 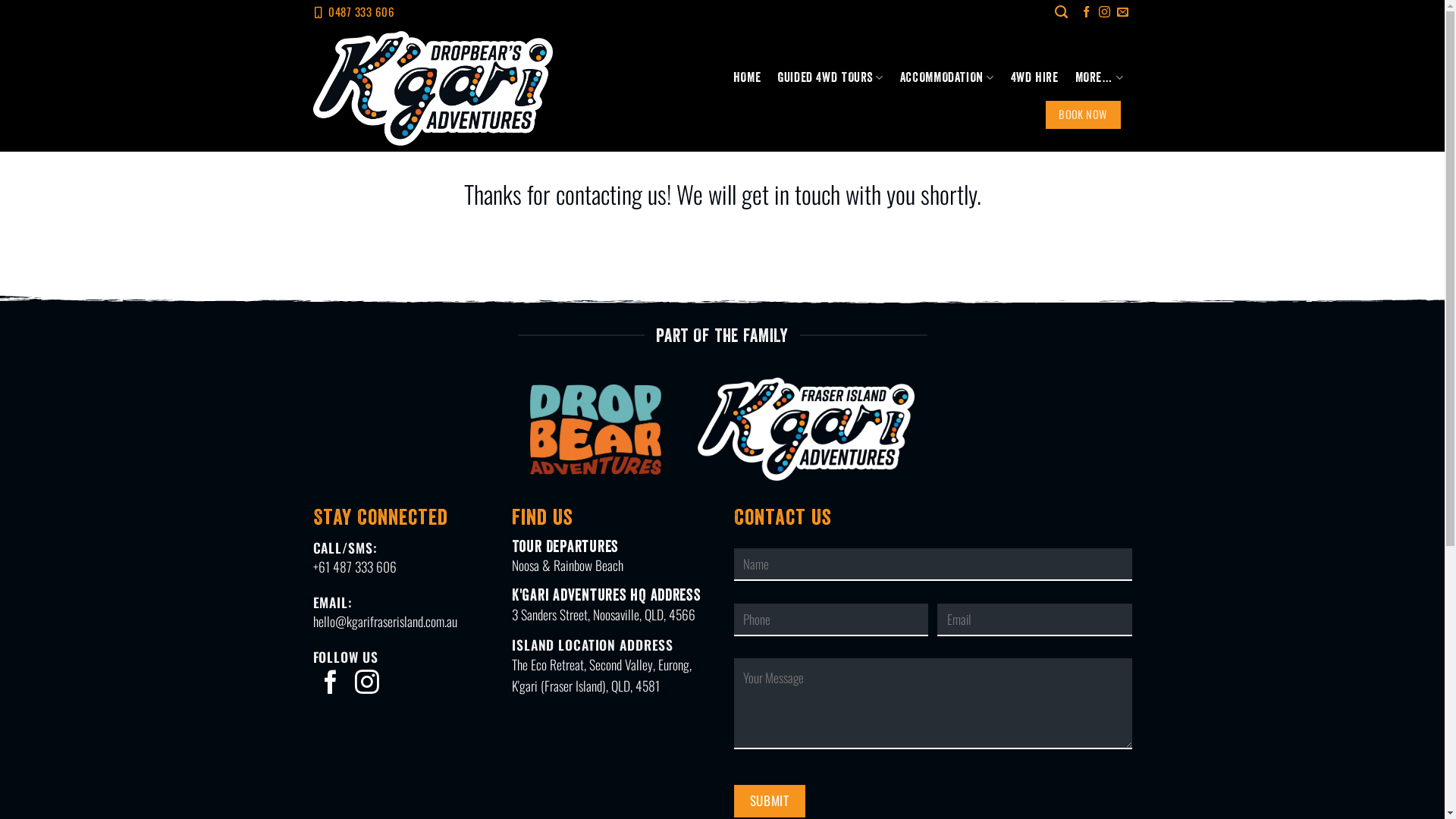 I want to click on 'Submit', so click(x=734, y=800).